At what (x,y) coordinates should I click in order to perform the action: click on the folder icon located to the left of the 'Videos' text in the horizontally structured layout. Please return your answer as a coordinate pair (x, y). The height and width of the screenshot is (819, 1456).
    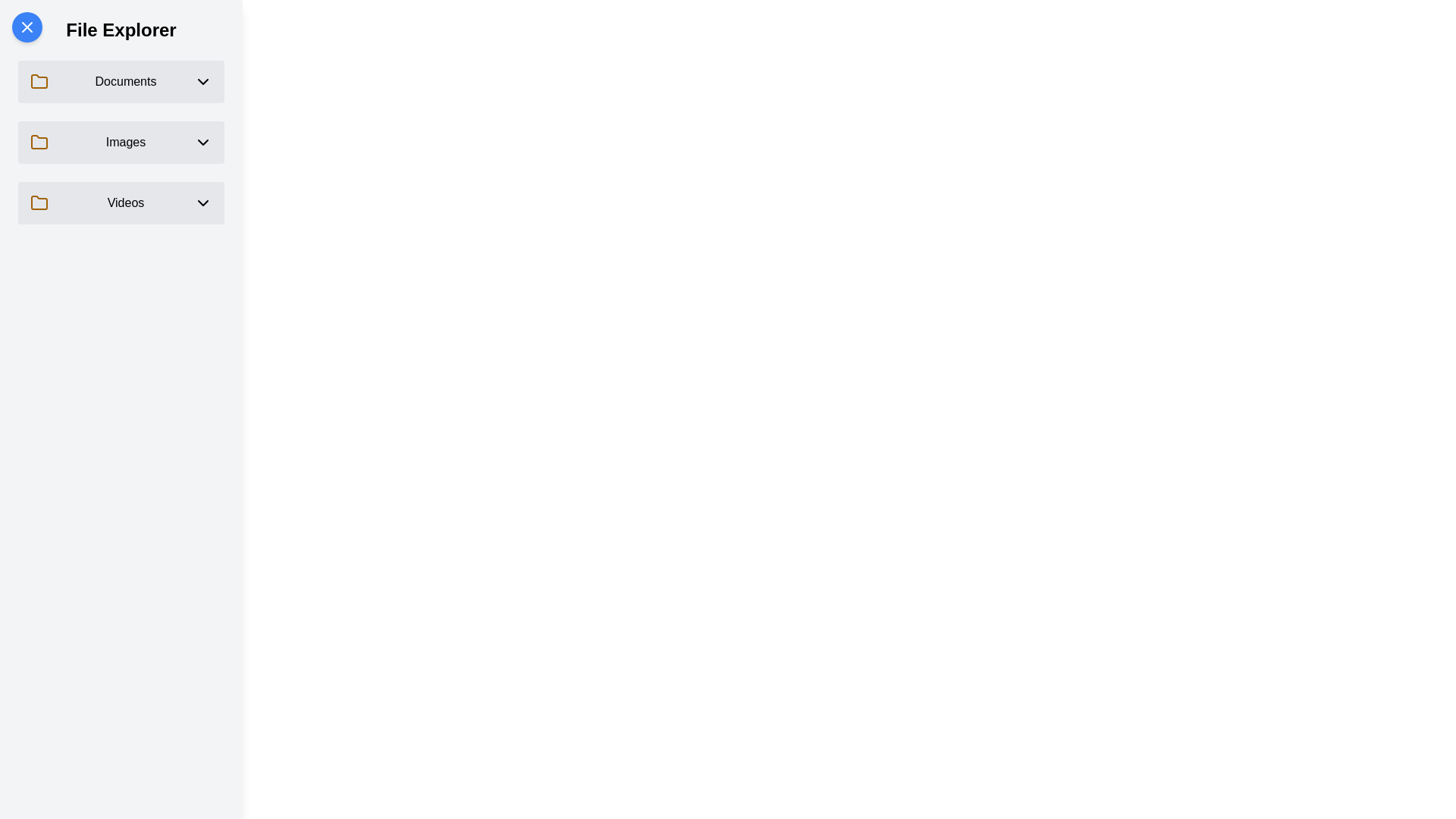
    Looking at the image, I should click on (39, 202).